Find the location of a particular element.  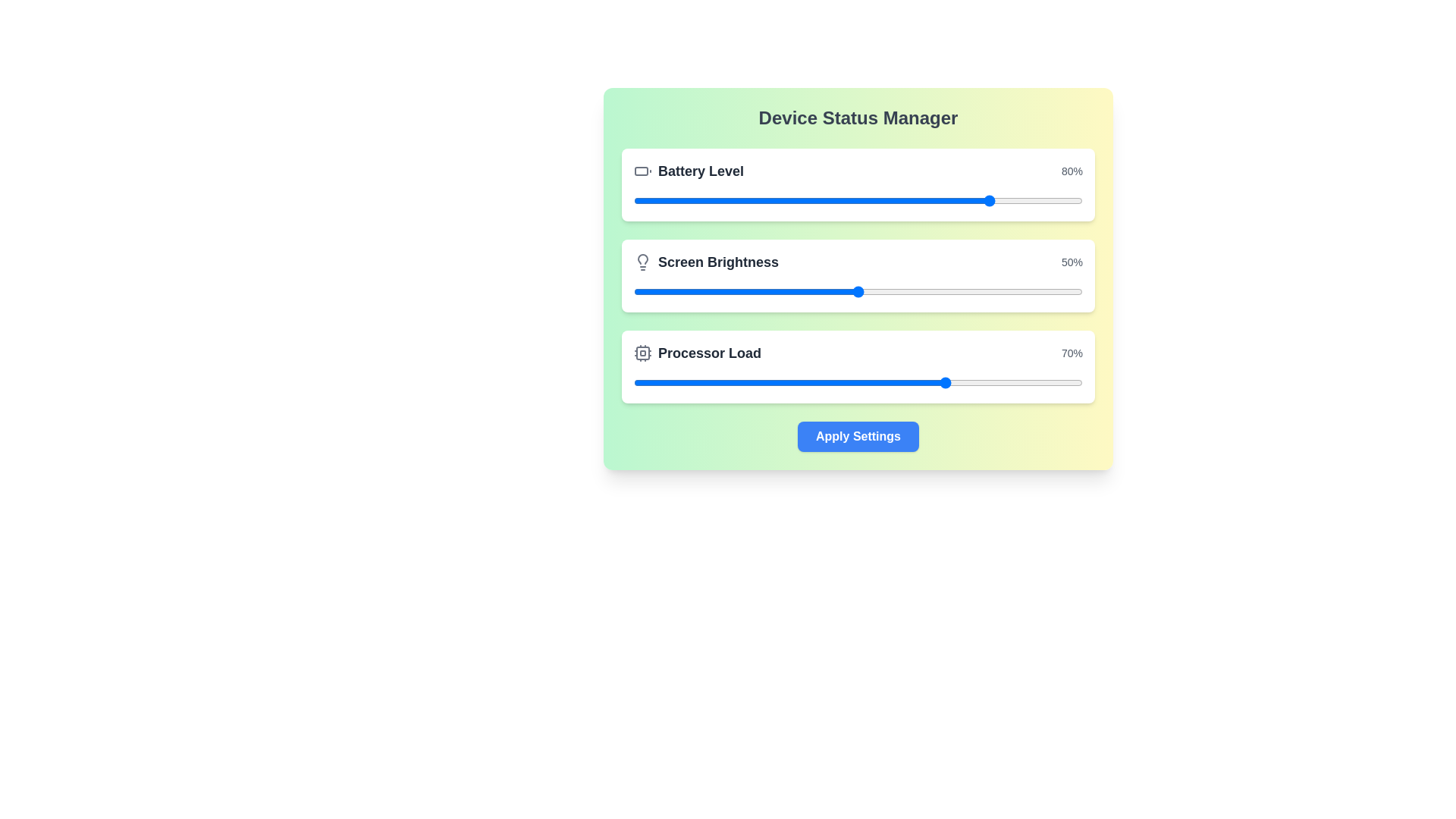

the battery level slider is located at coordinates (808, 200).